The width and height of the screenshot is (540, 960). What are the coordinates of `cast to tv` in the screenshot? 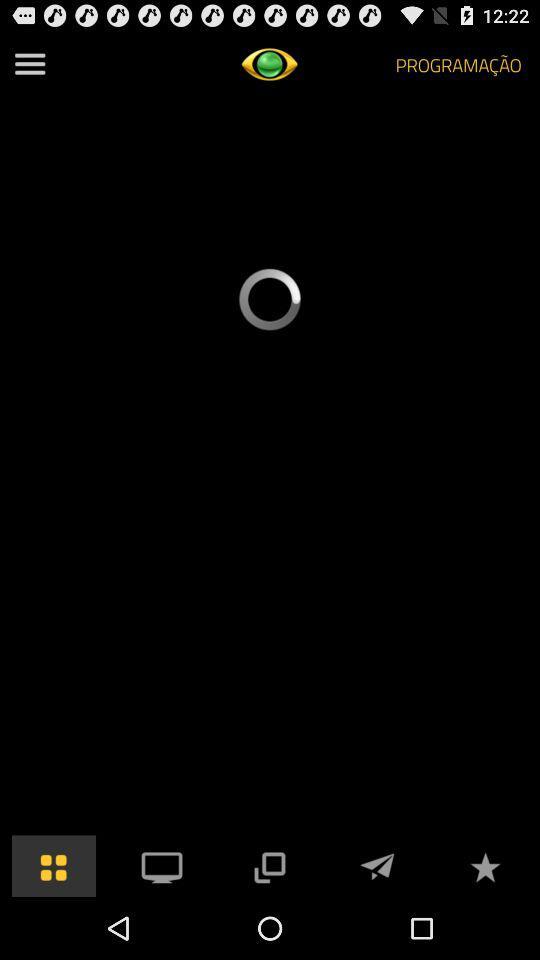 It's located at (161, 864).